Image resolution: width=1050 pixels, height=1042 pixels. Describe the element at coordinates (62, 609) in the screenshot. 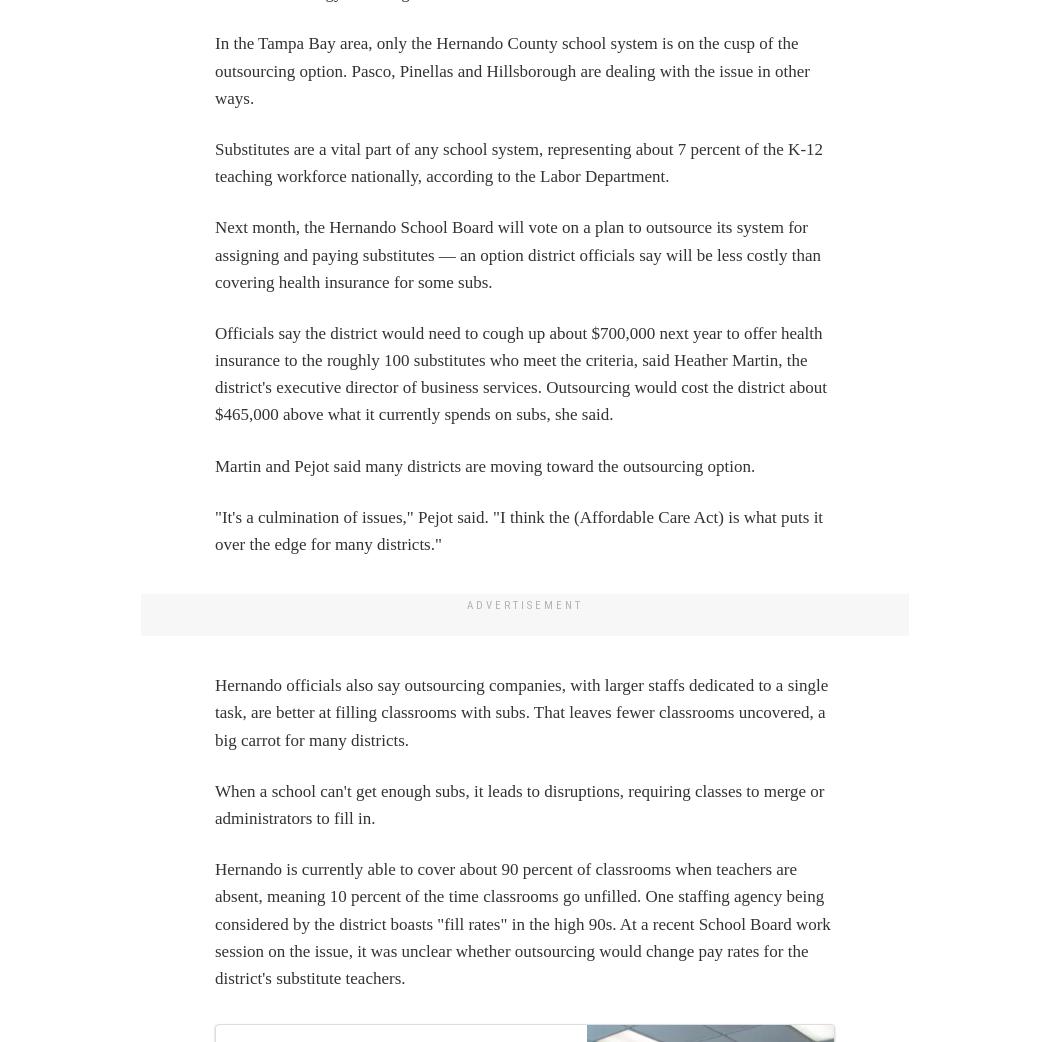

I see `'Help Chat'` at that location.